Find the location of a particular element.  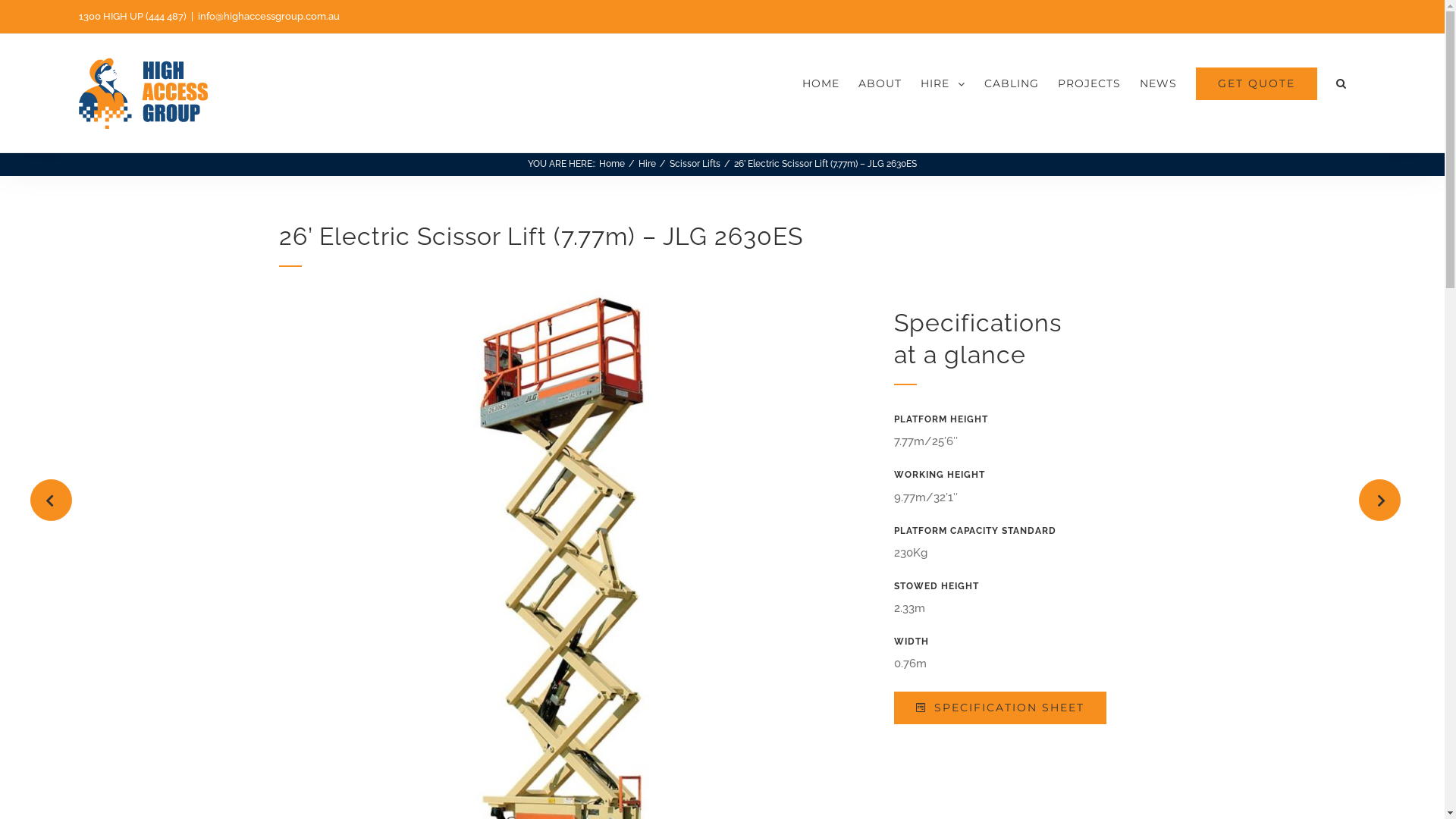

'info@highaccessgroup.com.au' is located at coordinates (268, 16).